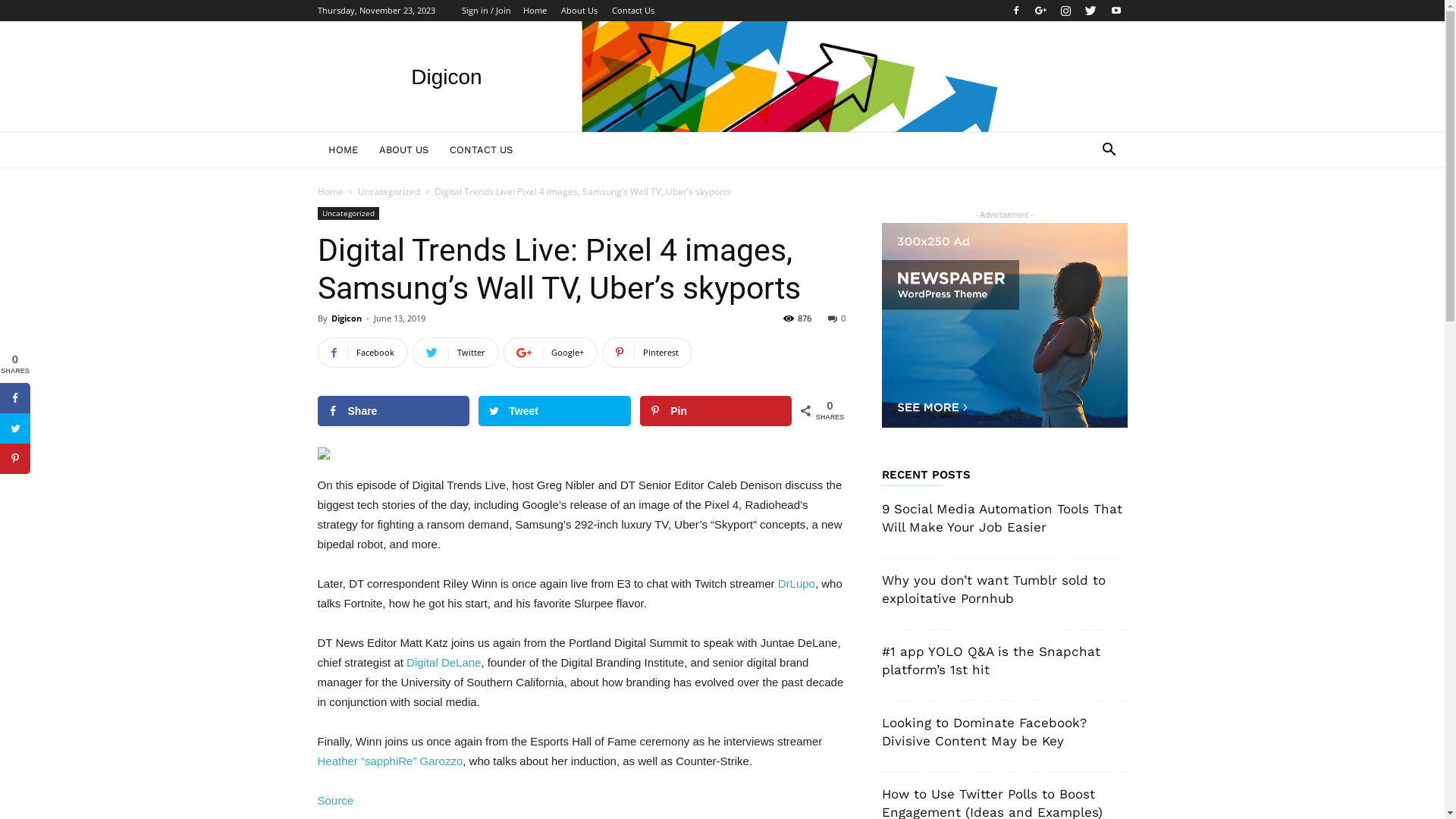  Describe the element at coordinates (795, 582) in the screenshot. I see `'DrLupo'` at that location.